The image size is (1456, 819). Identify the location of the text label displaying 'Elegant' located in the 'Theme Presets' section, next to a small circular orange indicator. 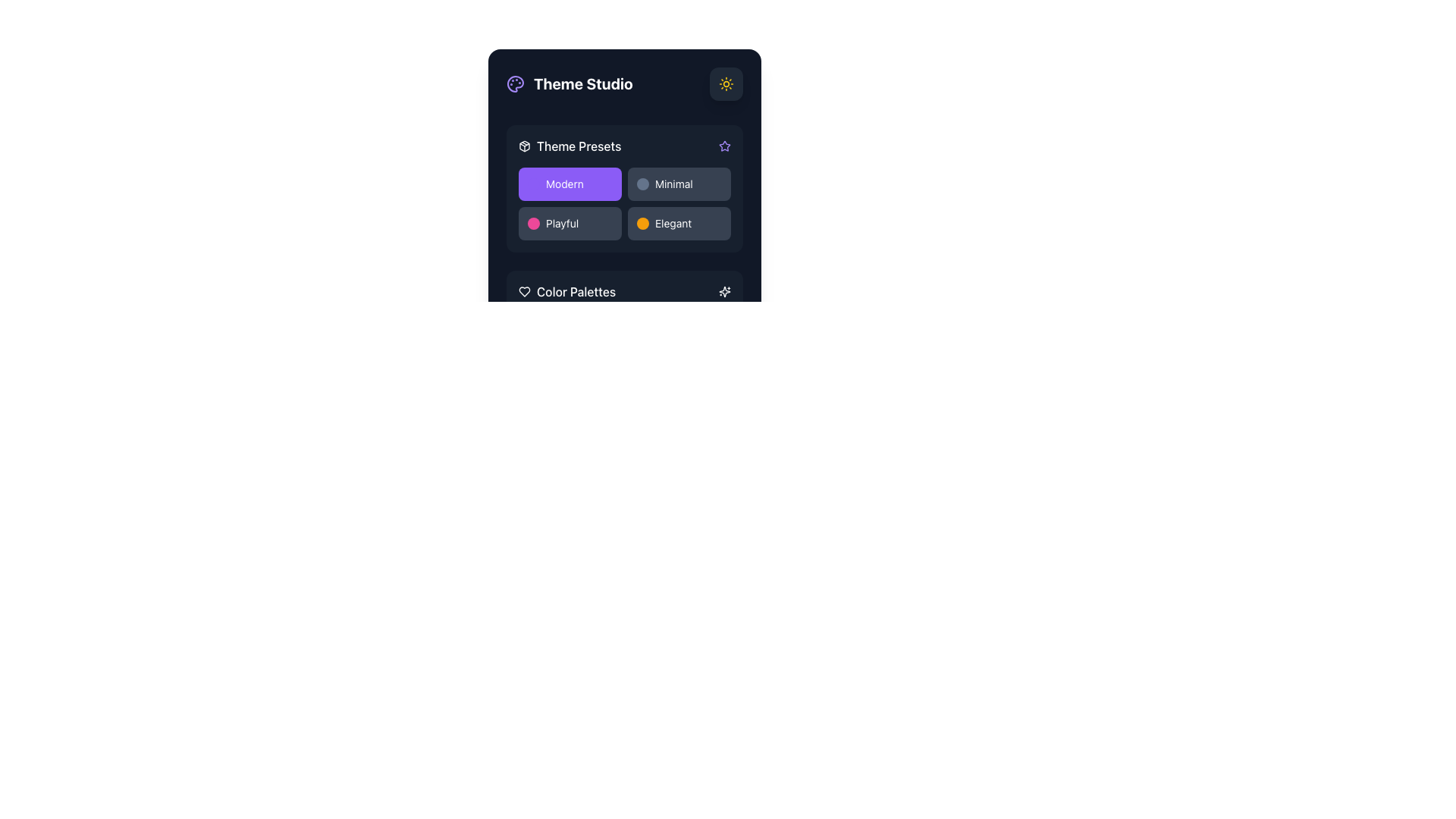
(673, 223).